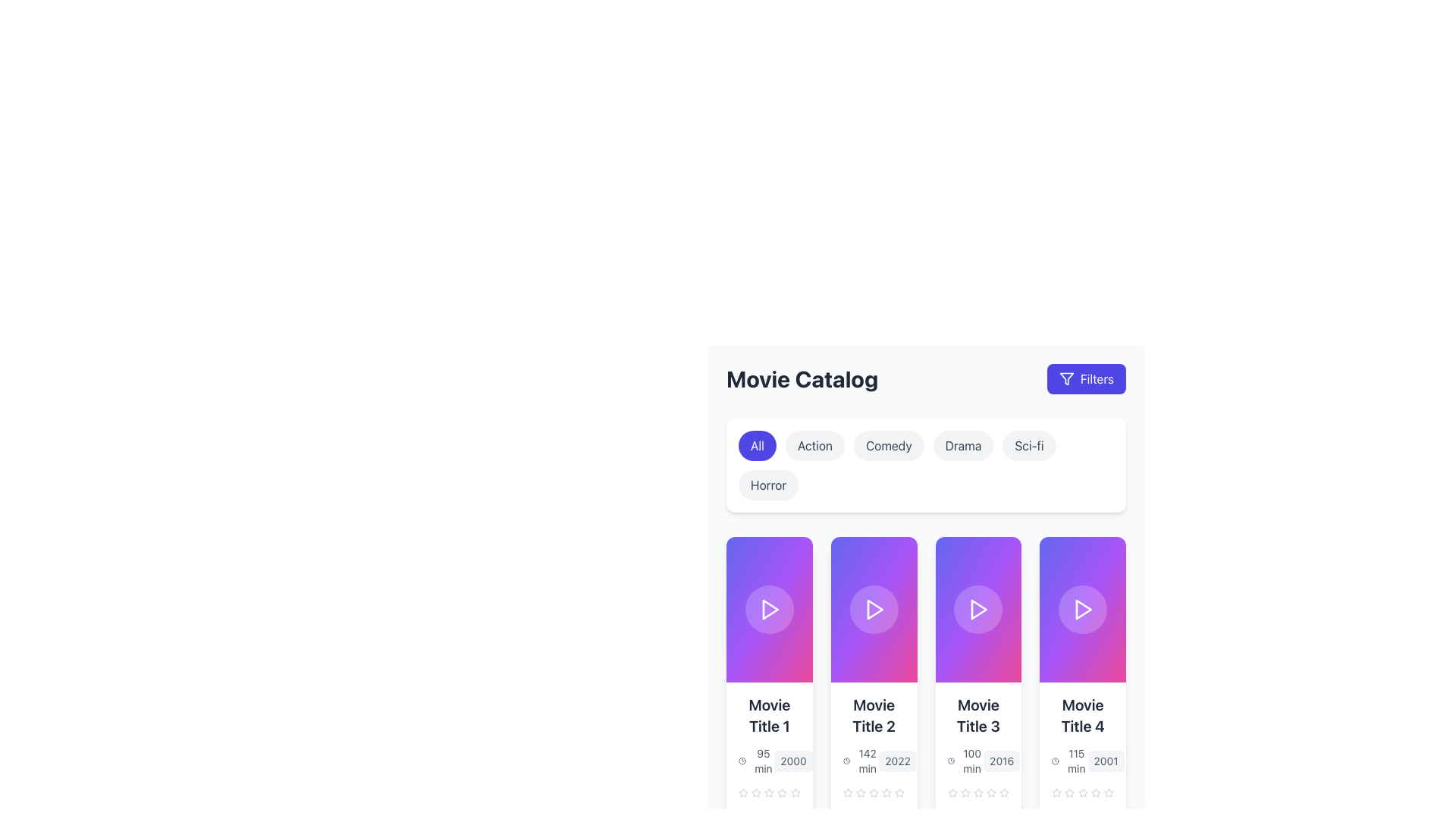  Describe the element at coordinates (1096, 792) in the screenshot. I see `the first star rating icon in the interactive rating mechanism for 'Movie Title 4'` at that location.